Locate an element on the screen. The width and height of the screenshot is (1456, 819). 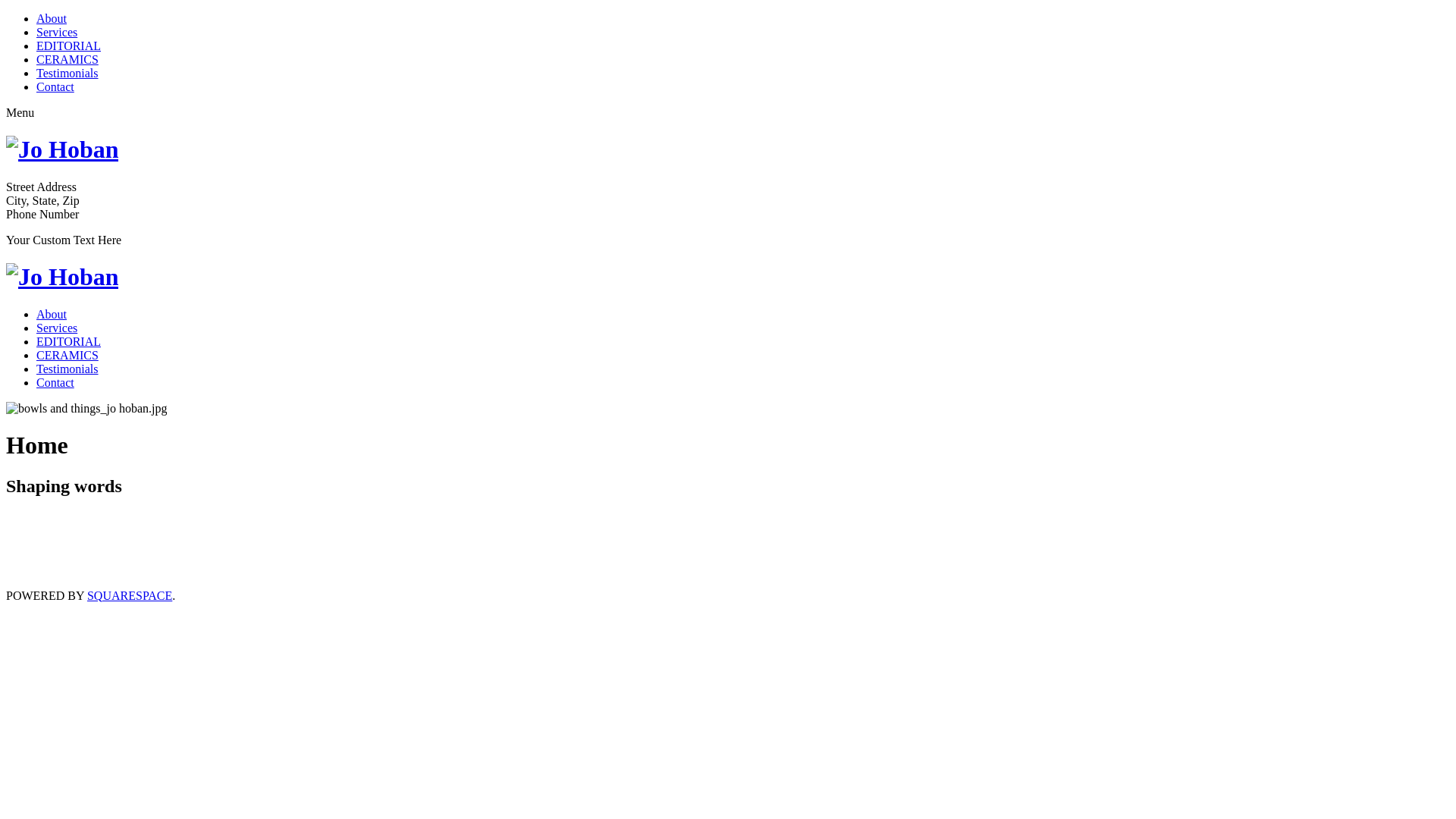
'CERAMICS' is located at coordinates (67, 58).